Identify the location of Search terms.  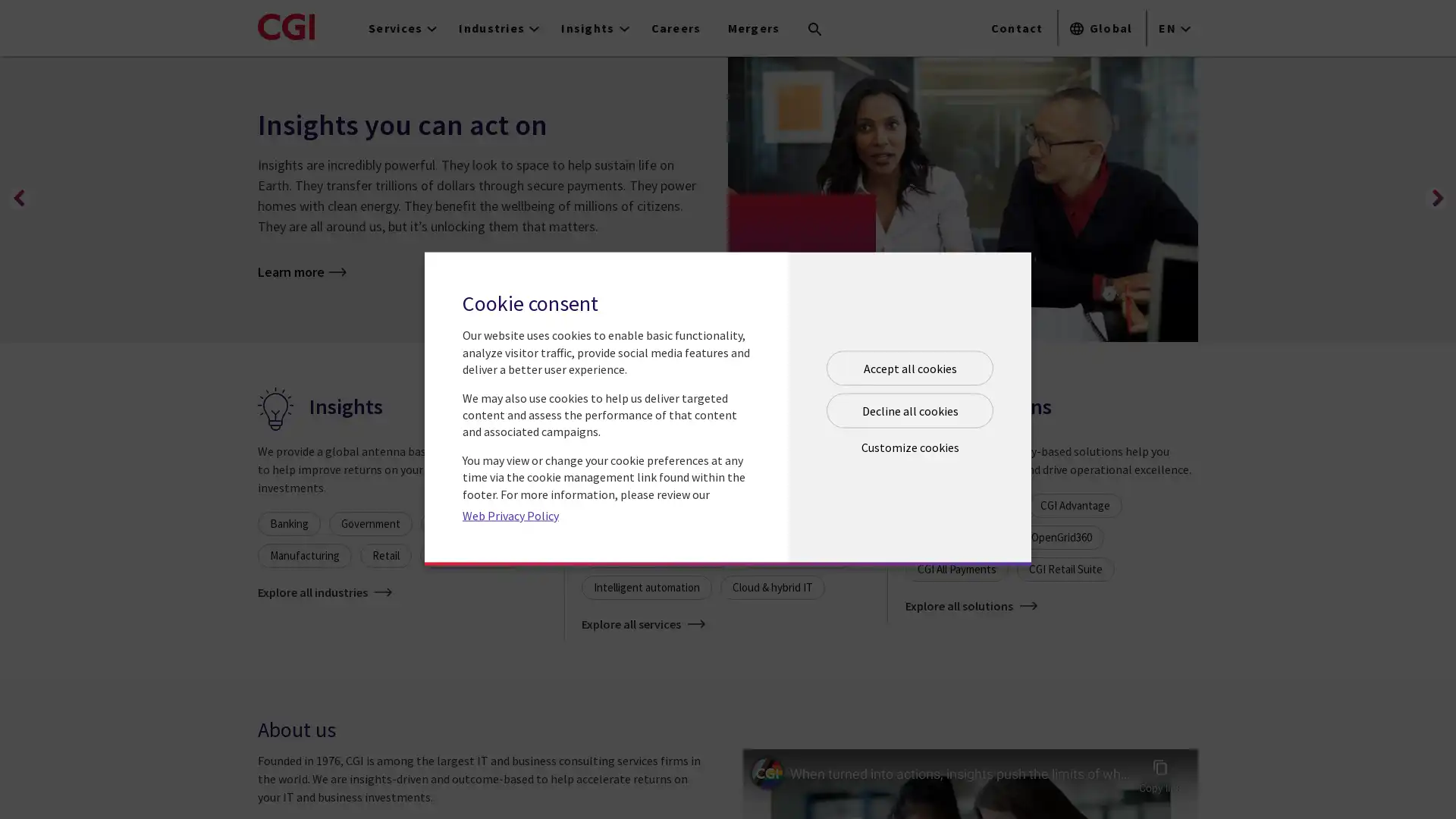
(814, 30).